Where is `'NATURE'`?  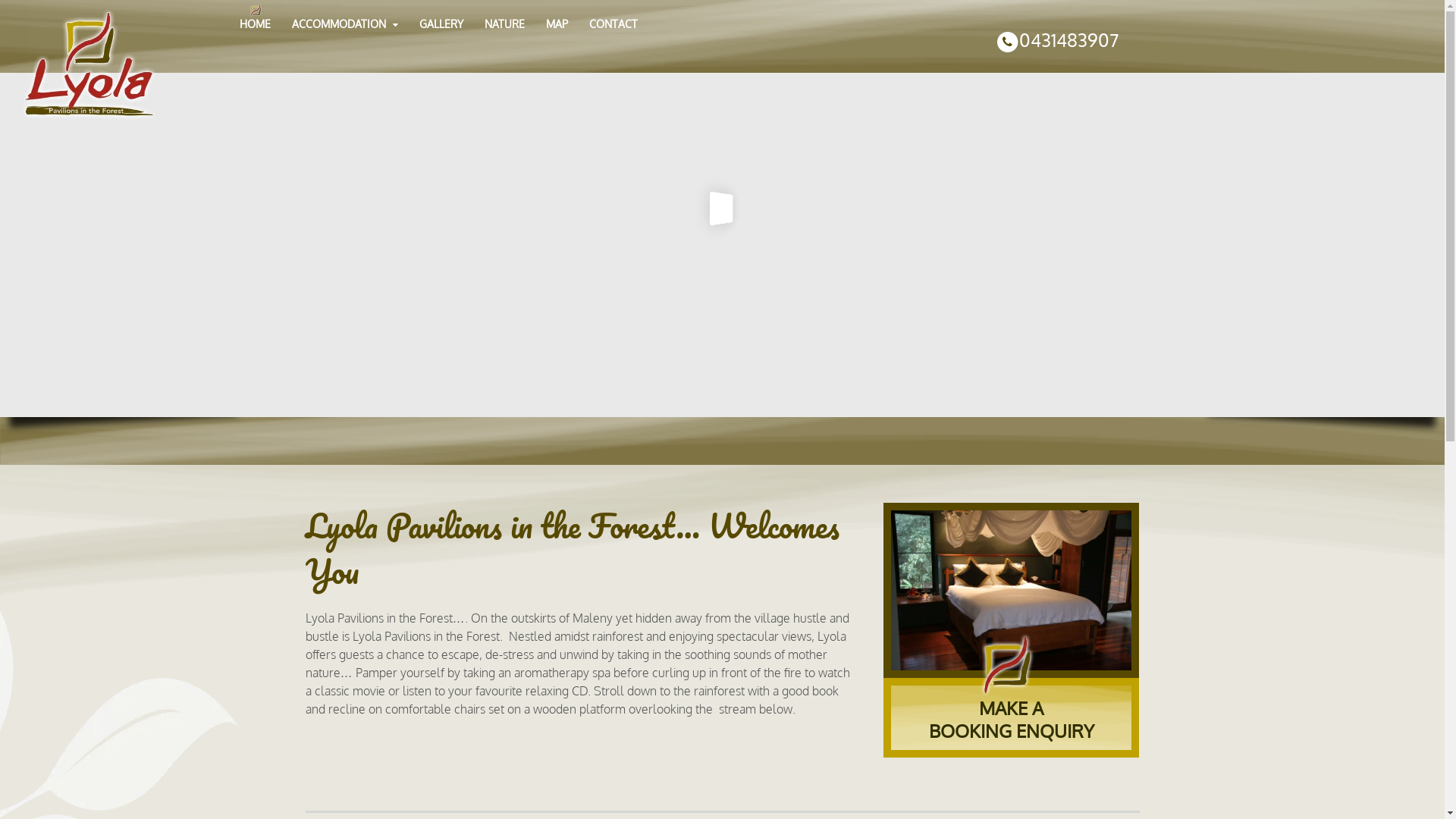 'NATURE' is located at coordinates (472, 24).